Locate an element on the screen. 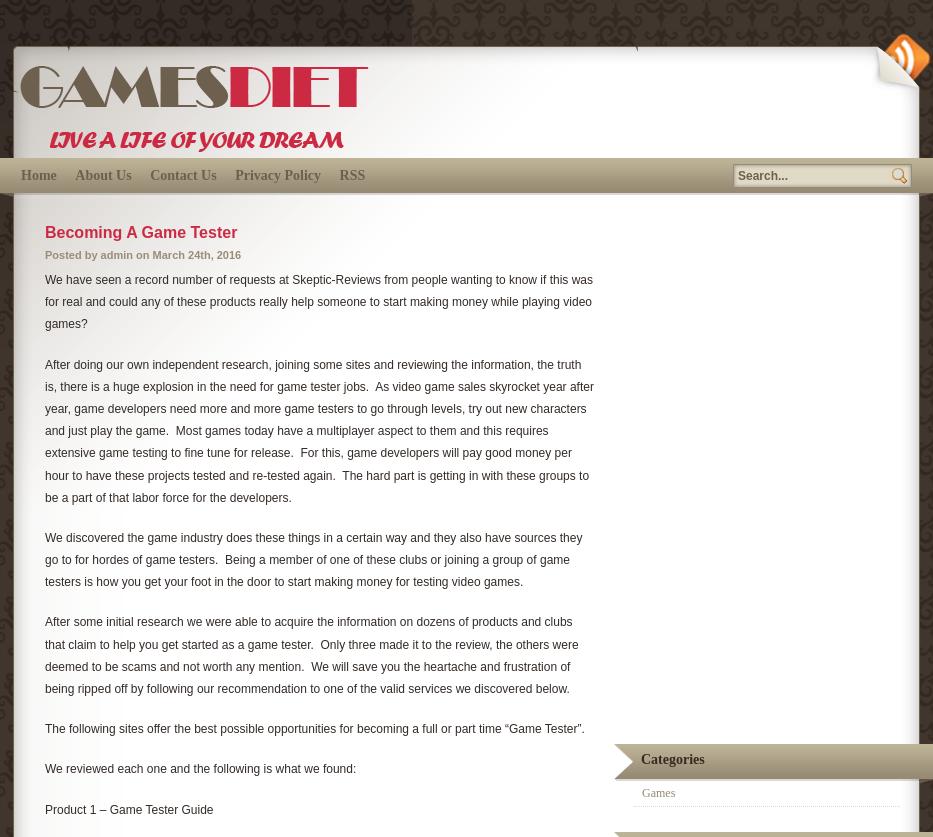  'After doing our own independent research, joining some sites and reviewing the information, the truth is, there is a huge explosion in the need for game tester jobs.  As video game sales skyrocket year after year, game developers need more and more game testers to go through levels, try out new characters and just play the game.  Most games today have a multiplayer aspect to them and this requires extensive game testing to fine tune for release.  For this, game developers will pay good money per hour to have these projects tested and re-tested again.  The hard part is getting in with these groups to be a part of that labor force for the developers.' is located at coordinates (317, 429).